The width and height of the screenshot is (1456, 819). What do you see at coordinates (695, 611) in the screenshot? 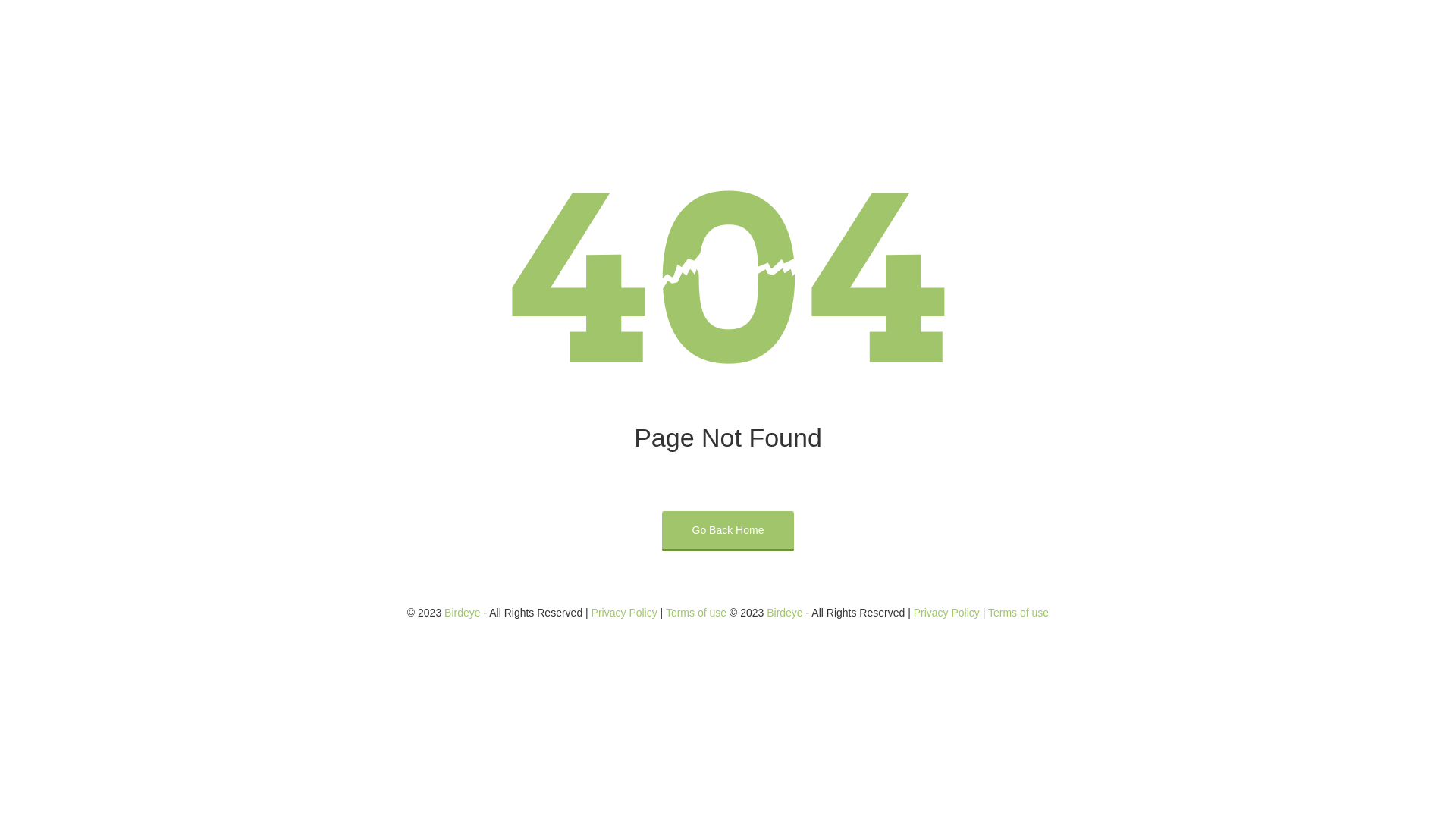
I see `'Terms of use'` at bounding box center [695, 611].